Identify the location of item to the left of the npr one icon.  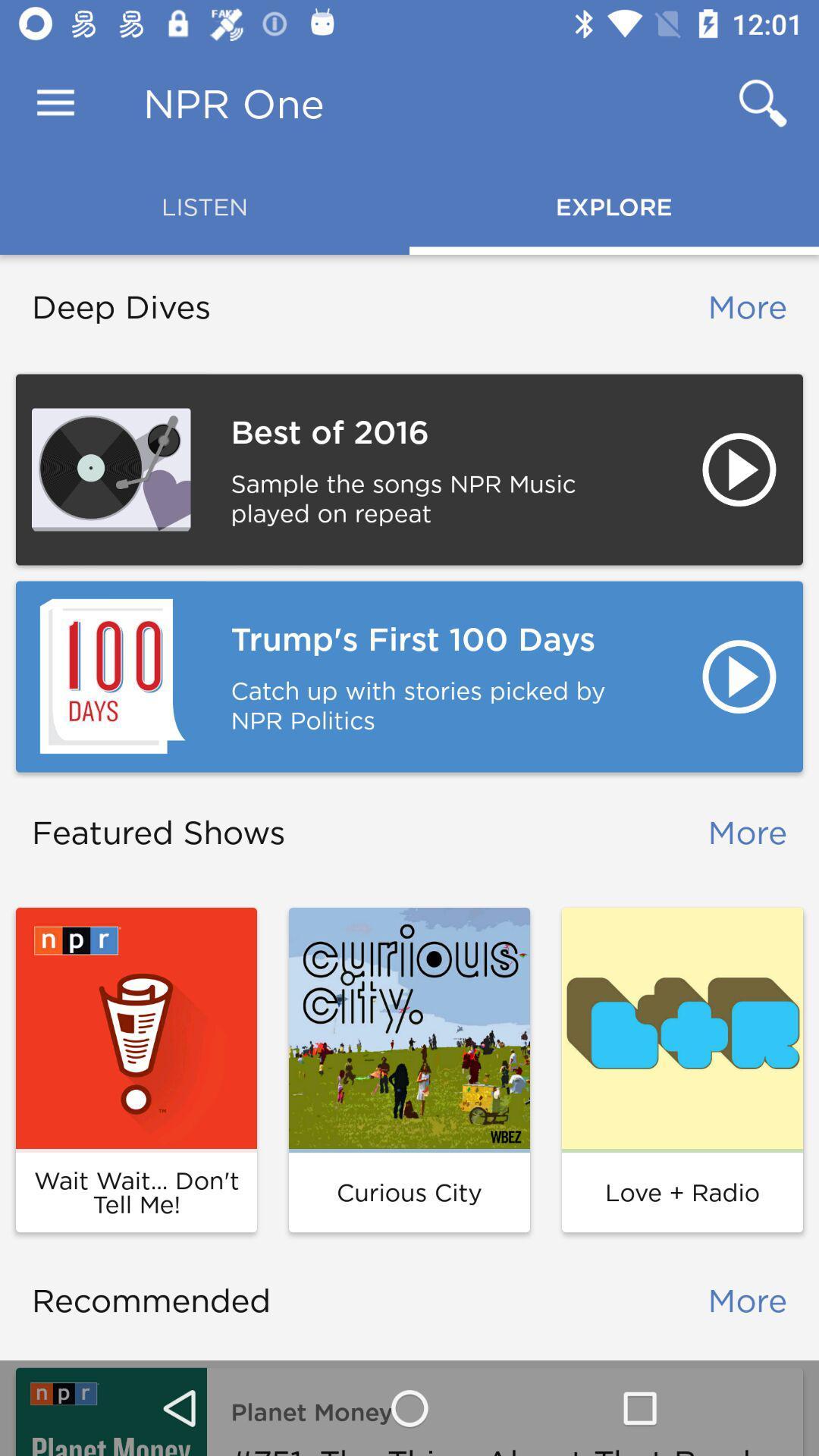
(55, 102).